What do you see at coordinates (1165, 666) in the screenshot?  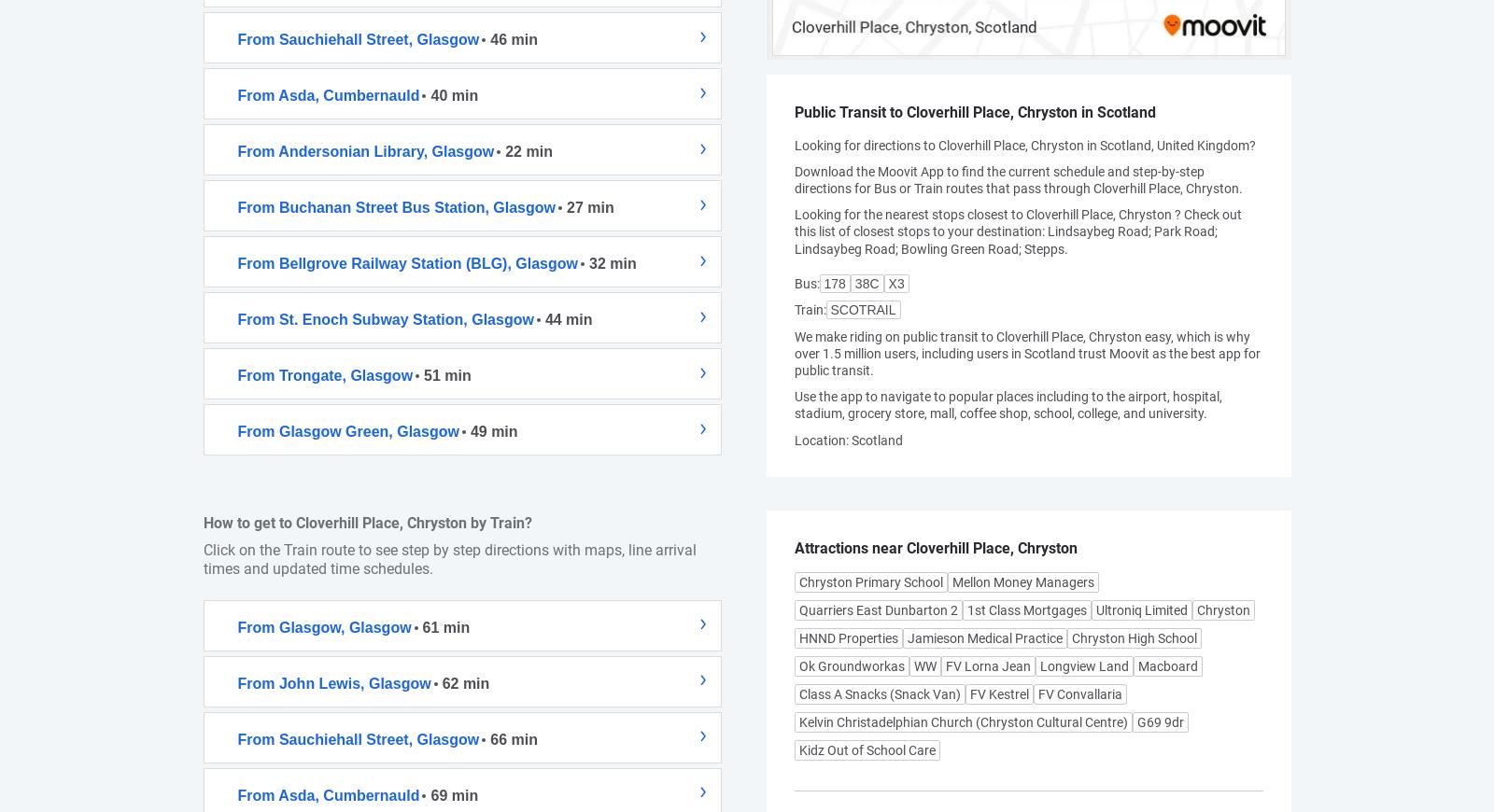 I see `'Macboard'` at bounding box center [1165, 666].